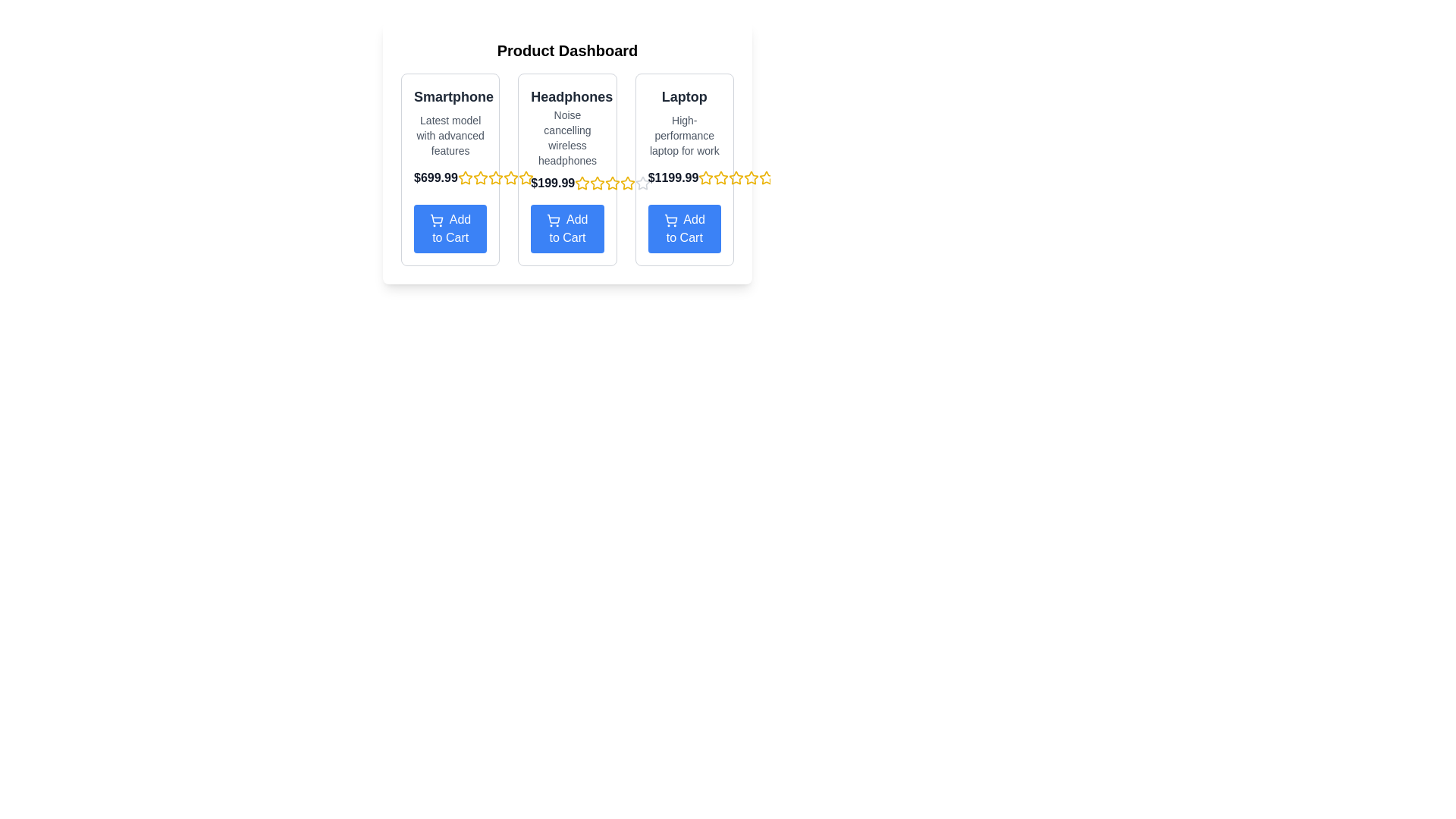  Describe the element at coordinates (673, 177) in the screenshot. I see `the price label displaying '$1199.99', which is formatted in bold dark gray and located in the third column of the product listing above the stars` at that location.